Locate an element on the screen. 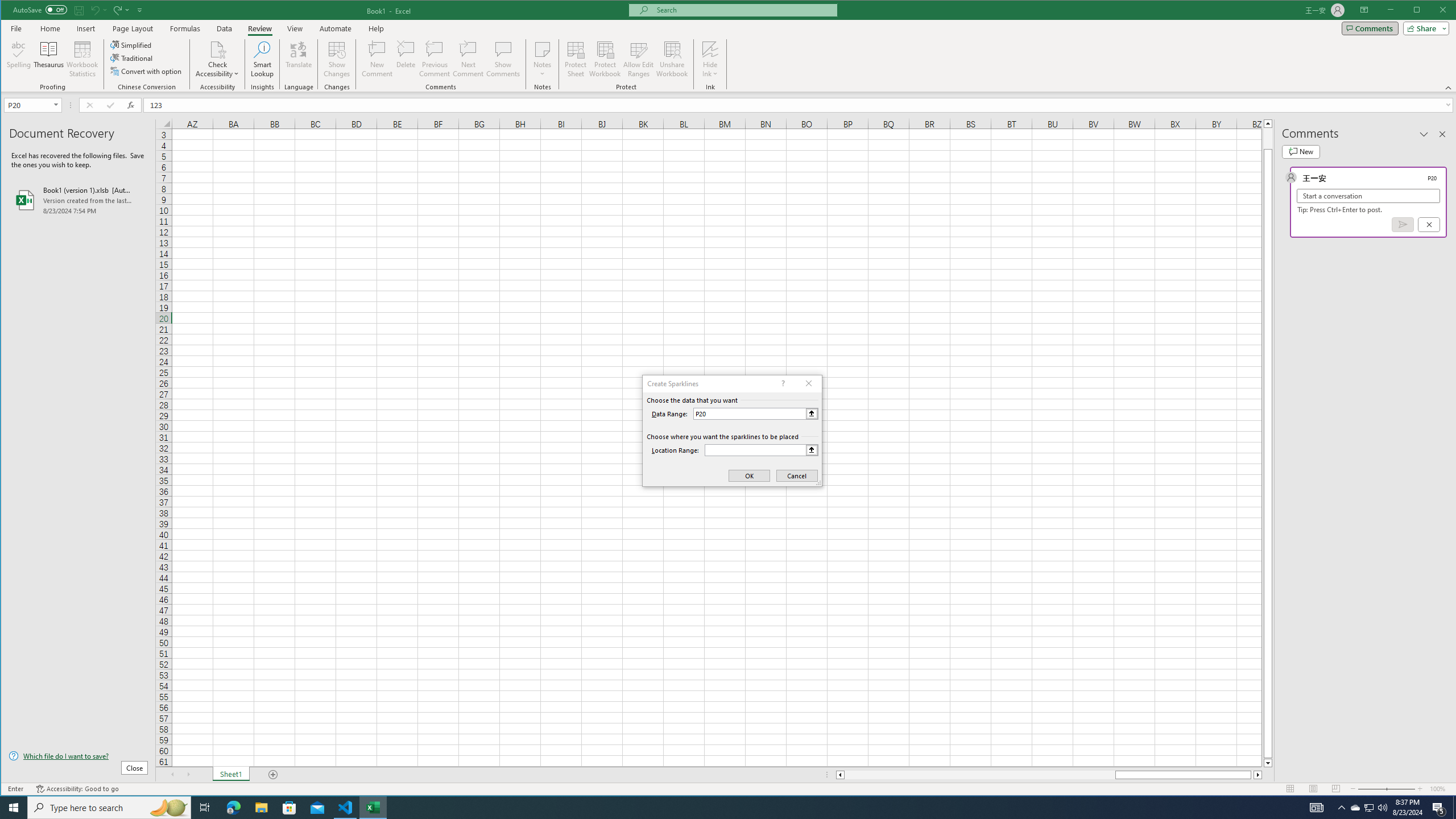 This screenshot has width=1456, height=819. 'Customize Quick Access Toolbar' is located at coordinates (140, 9).